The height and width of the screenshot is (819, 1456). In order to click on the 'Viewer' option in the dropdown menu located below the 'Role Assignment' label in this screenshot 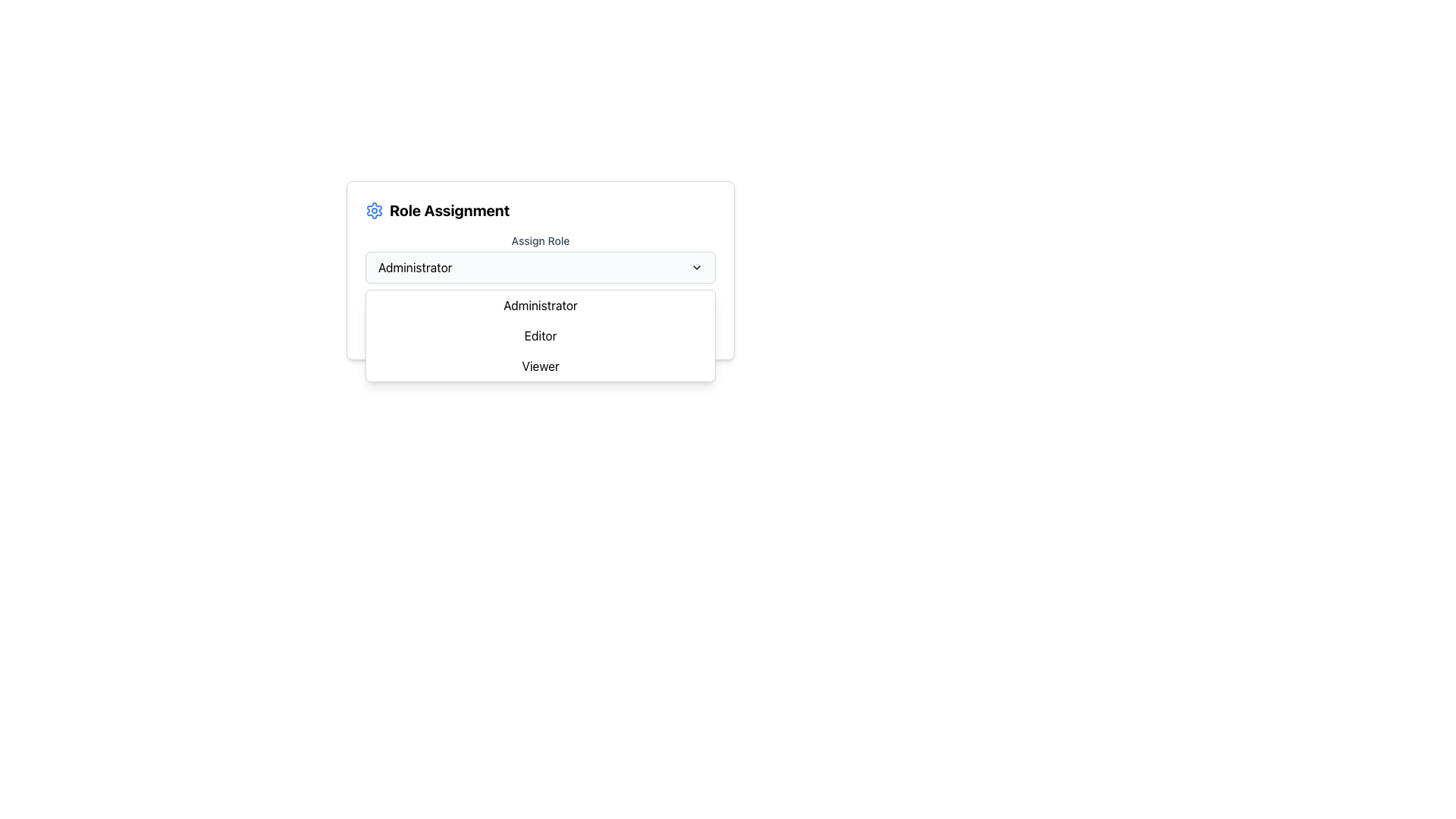, I will do `click(541, 366)`.